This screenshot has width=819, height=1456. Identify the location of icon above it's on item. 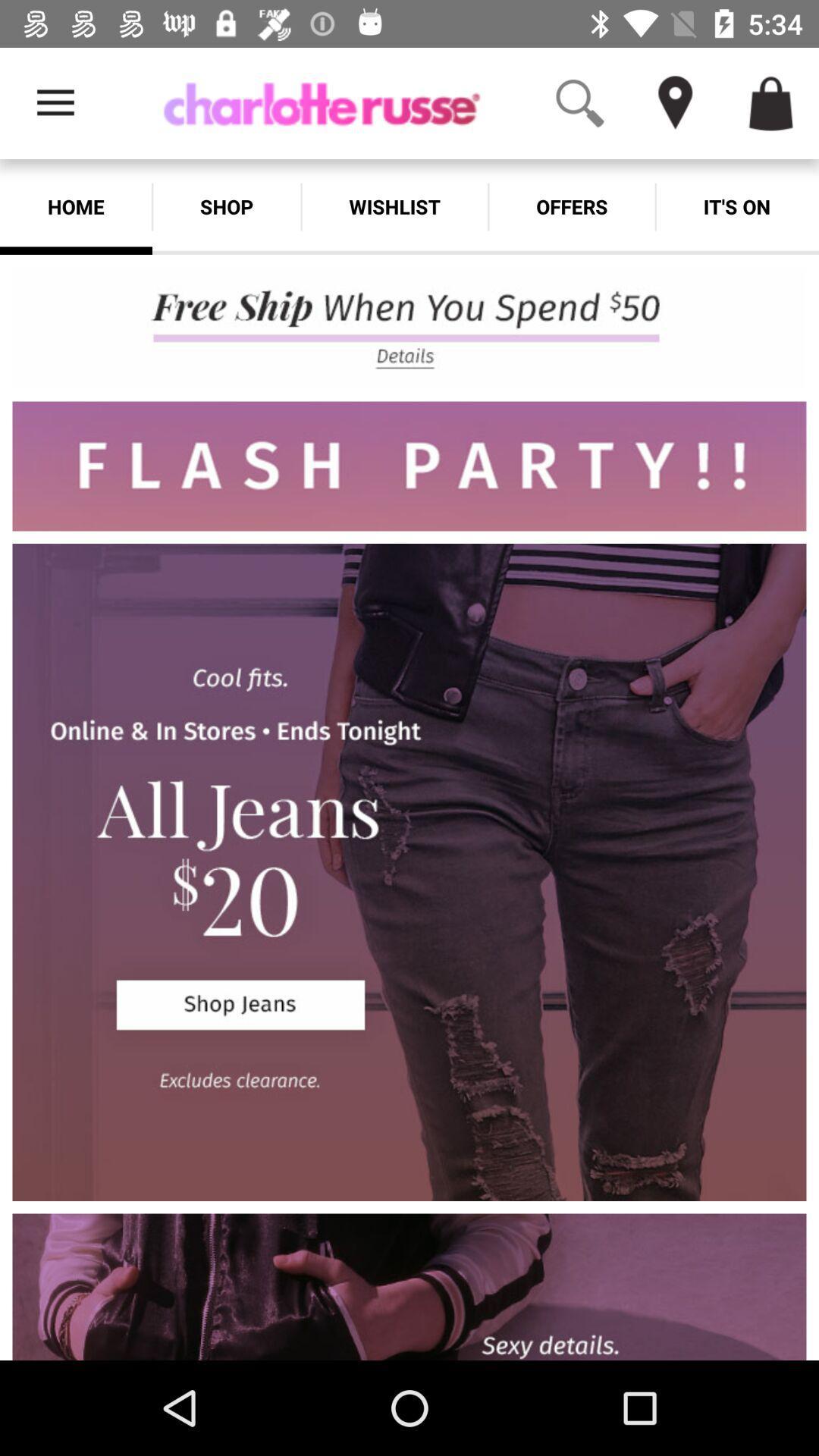
(771, 102).